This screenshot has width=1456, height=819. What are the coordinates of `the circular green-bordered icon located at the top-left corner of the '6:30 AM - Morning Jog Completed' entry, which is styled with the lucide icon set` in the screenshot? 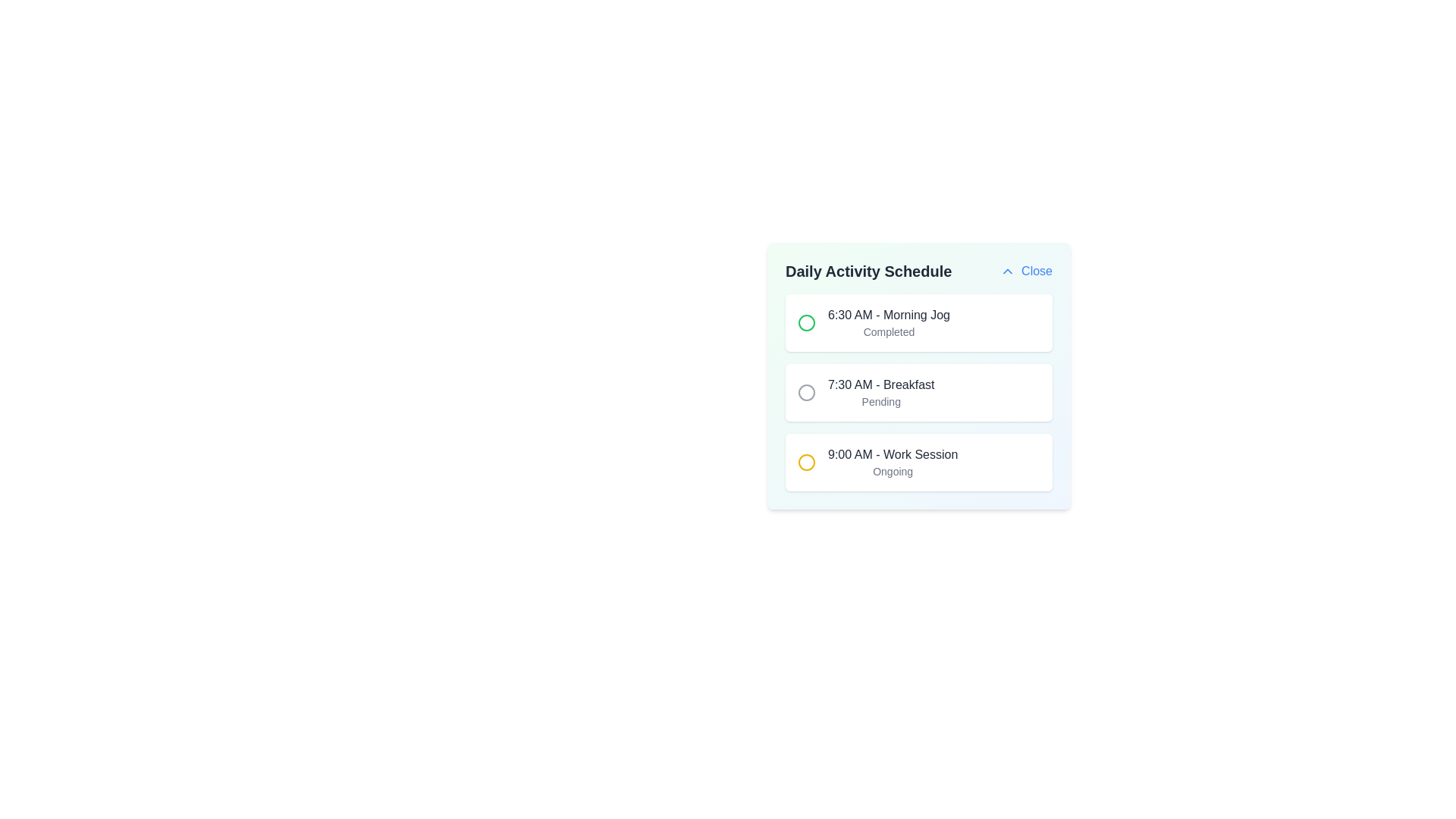 It's located at (806, 322).